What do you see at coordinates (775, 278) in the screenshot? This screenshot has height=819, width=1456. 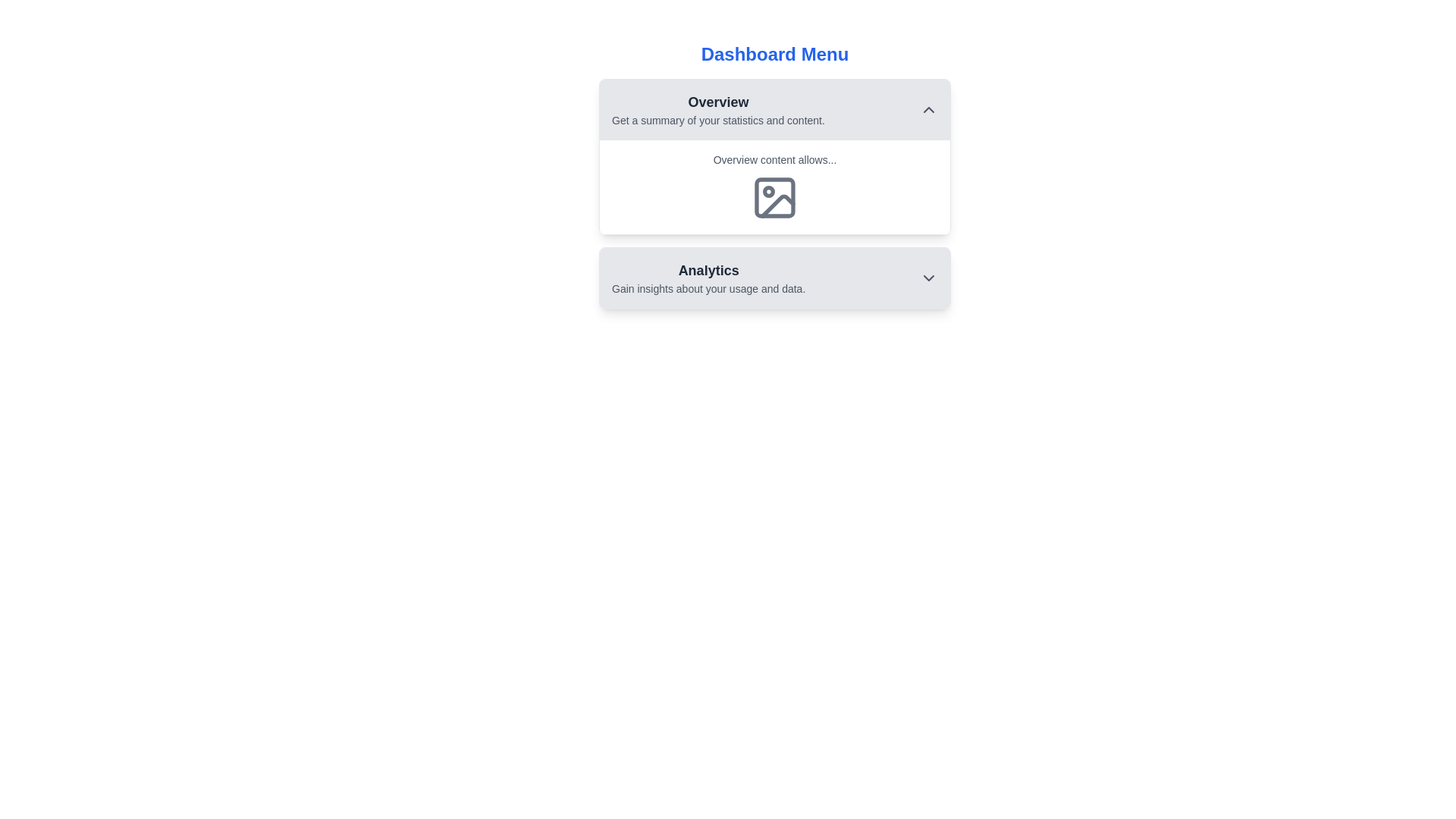 I see `the 'Analytics' section header element` at bounding box center [775, 278].